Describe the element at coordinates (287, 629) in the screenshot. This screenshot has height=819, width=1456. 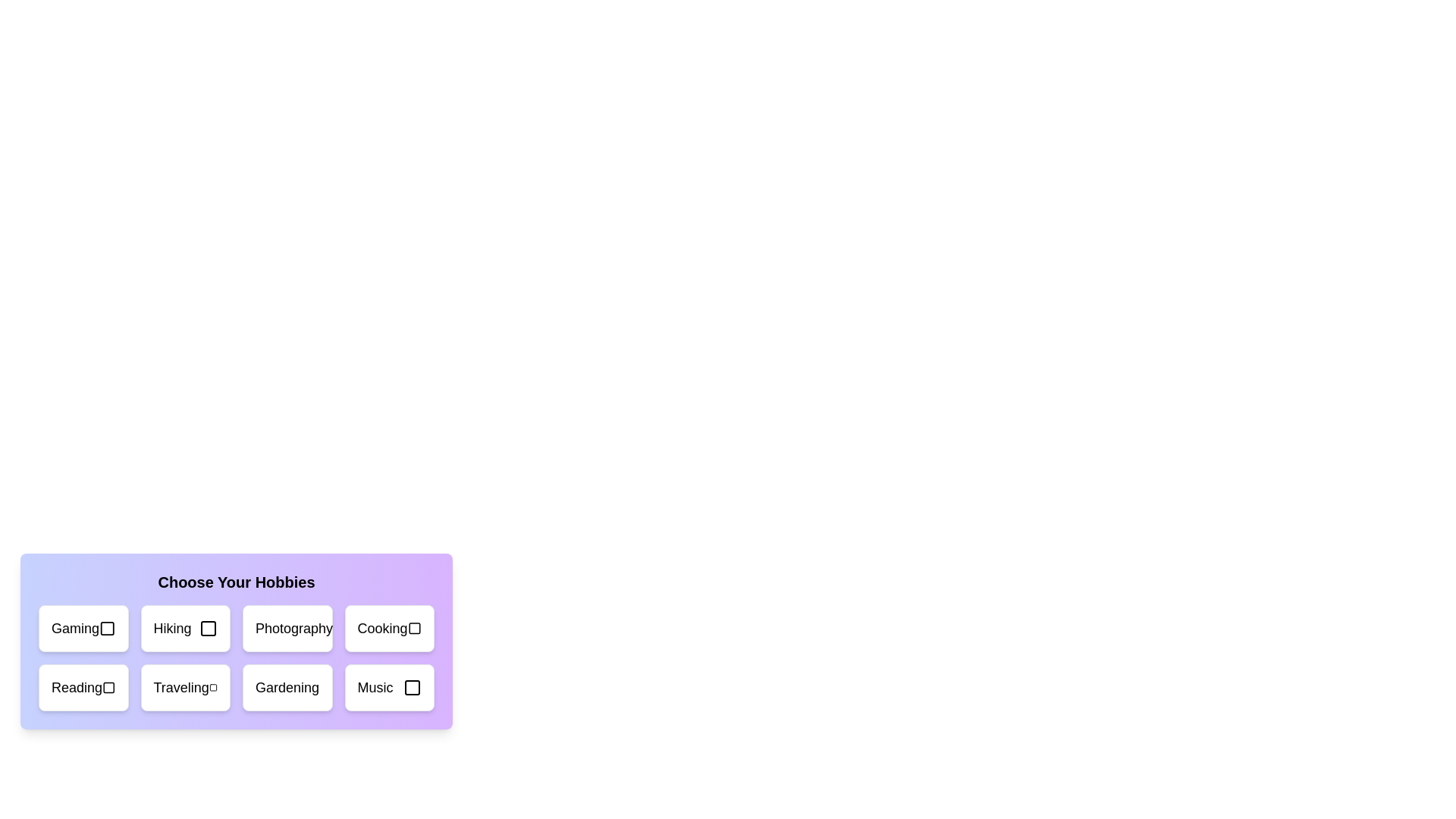
I see `the hobby card labeled Photography` at that location.